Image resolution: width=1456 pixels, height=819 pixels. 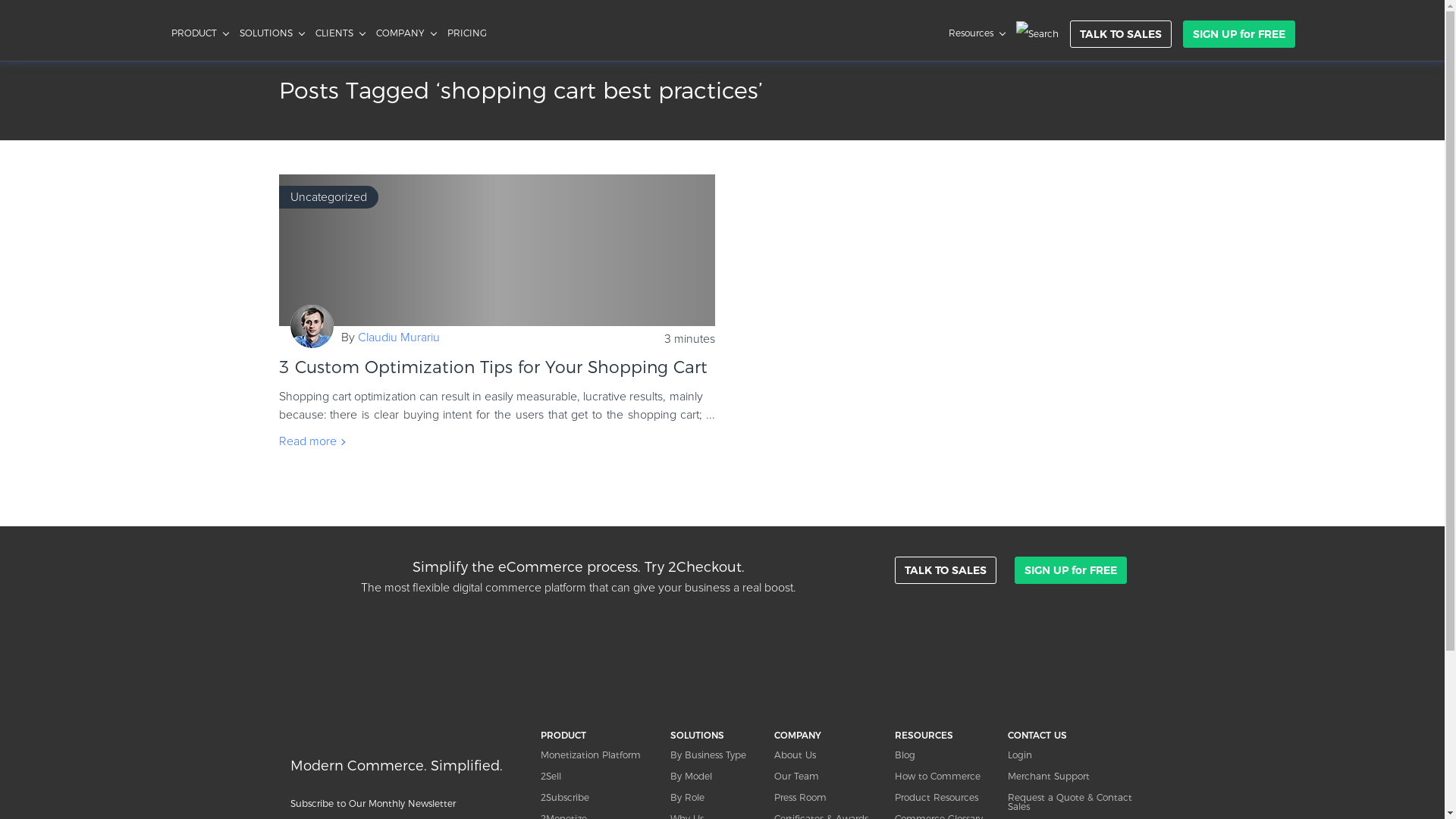 I want to click on 'How to Commerce', so click(x=895, y=776).